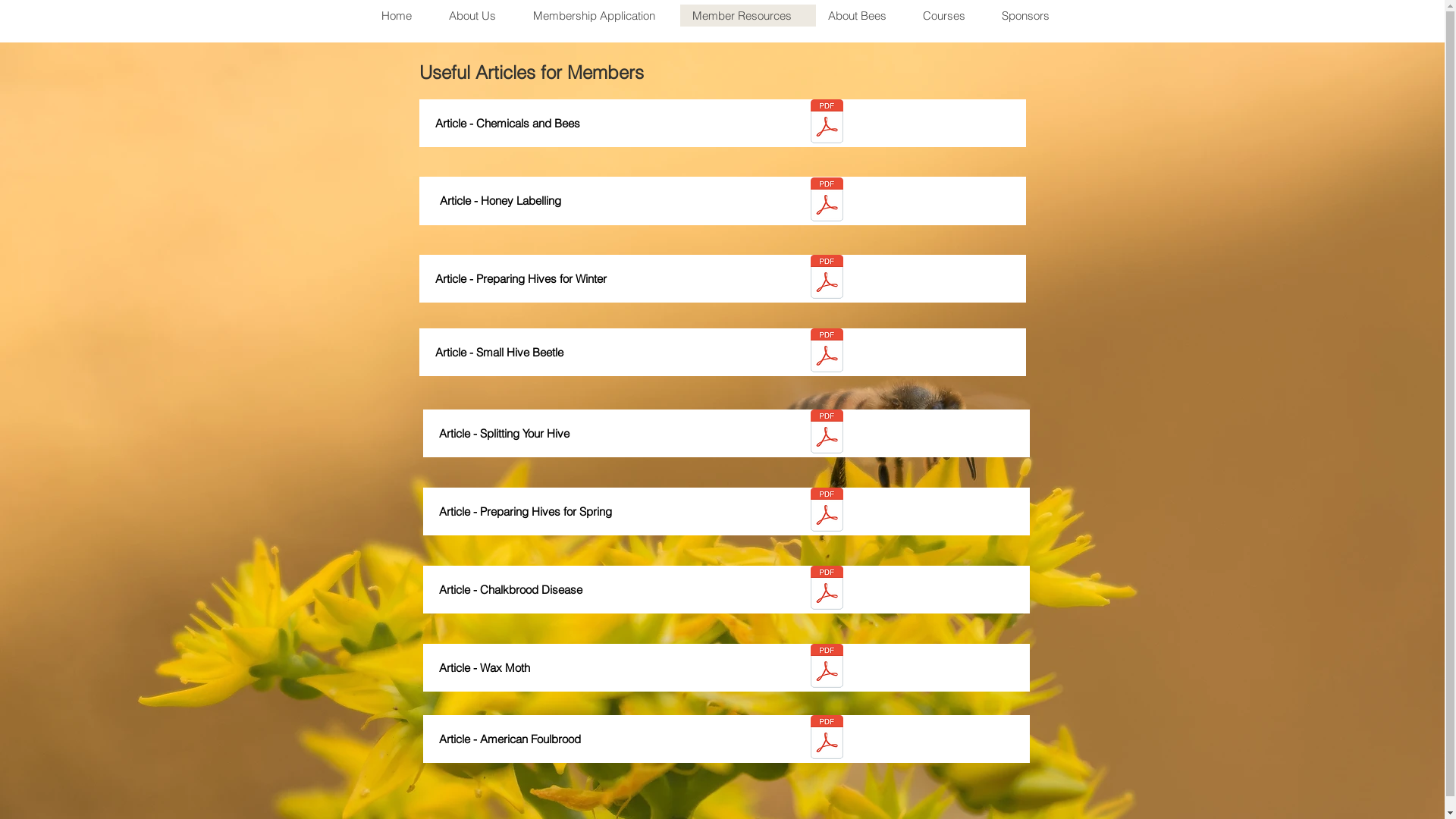 The width and height of the screenshot is (1456, 819). Describe the element at coordinates (826, 666) in the screenshot. I see `'Article - wax-moth.pdf'` at that location.